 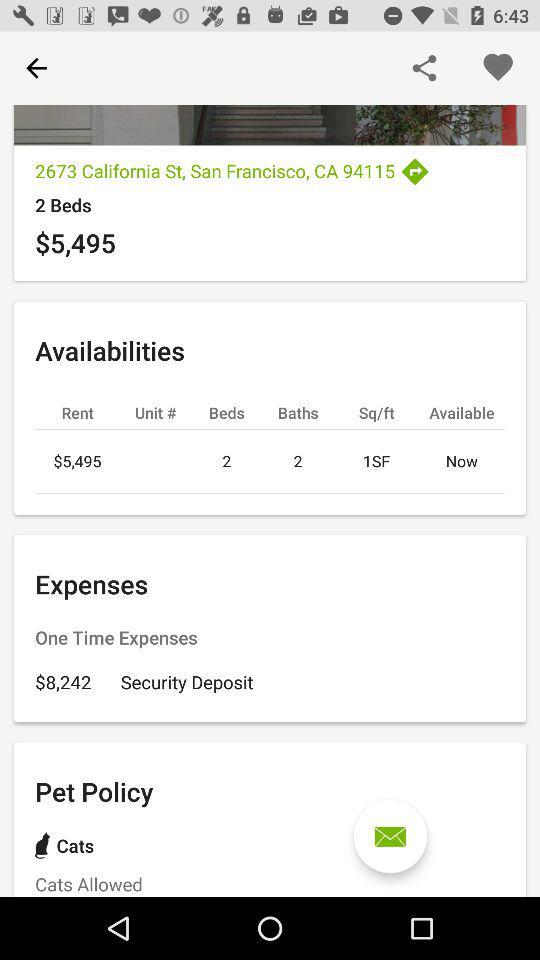 What do you see at coordinates (390, 836) in the screenshot?
I see `item next to pet policy` at bounding box center [390, 836].